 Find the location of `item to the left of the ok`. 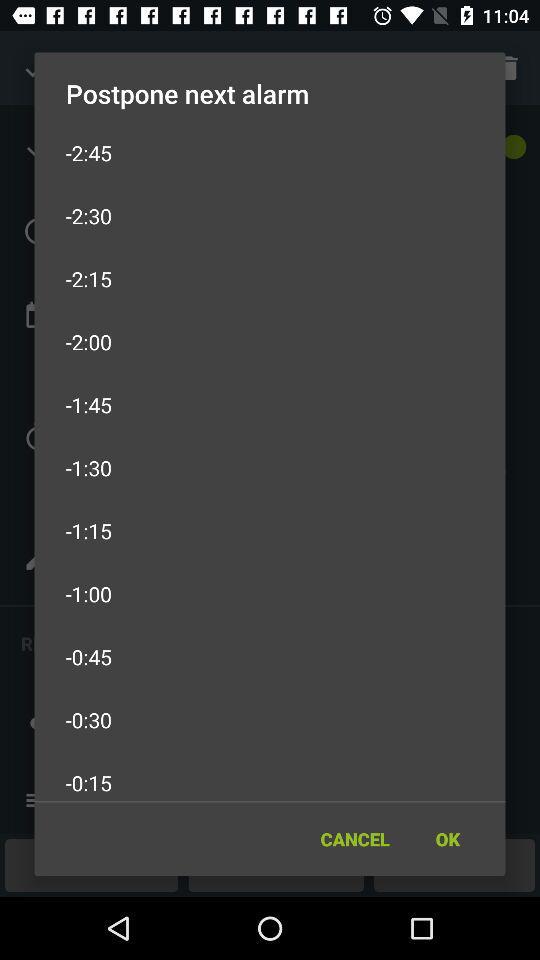

item to the left of the ok is located at coordinates (354, 839).